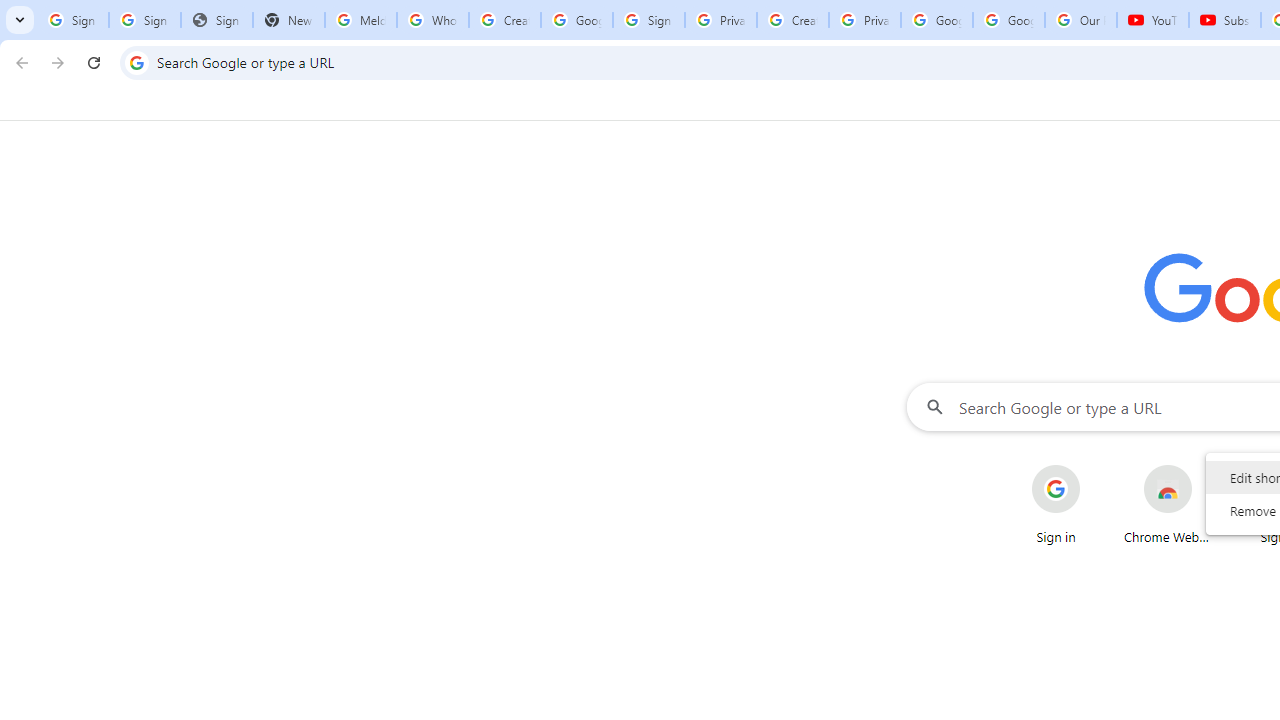 The width and height of the screenshot is (1280, 720). I want to click on 'Who is my administrator? - Google Account Help', so click(431, 20).